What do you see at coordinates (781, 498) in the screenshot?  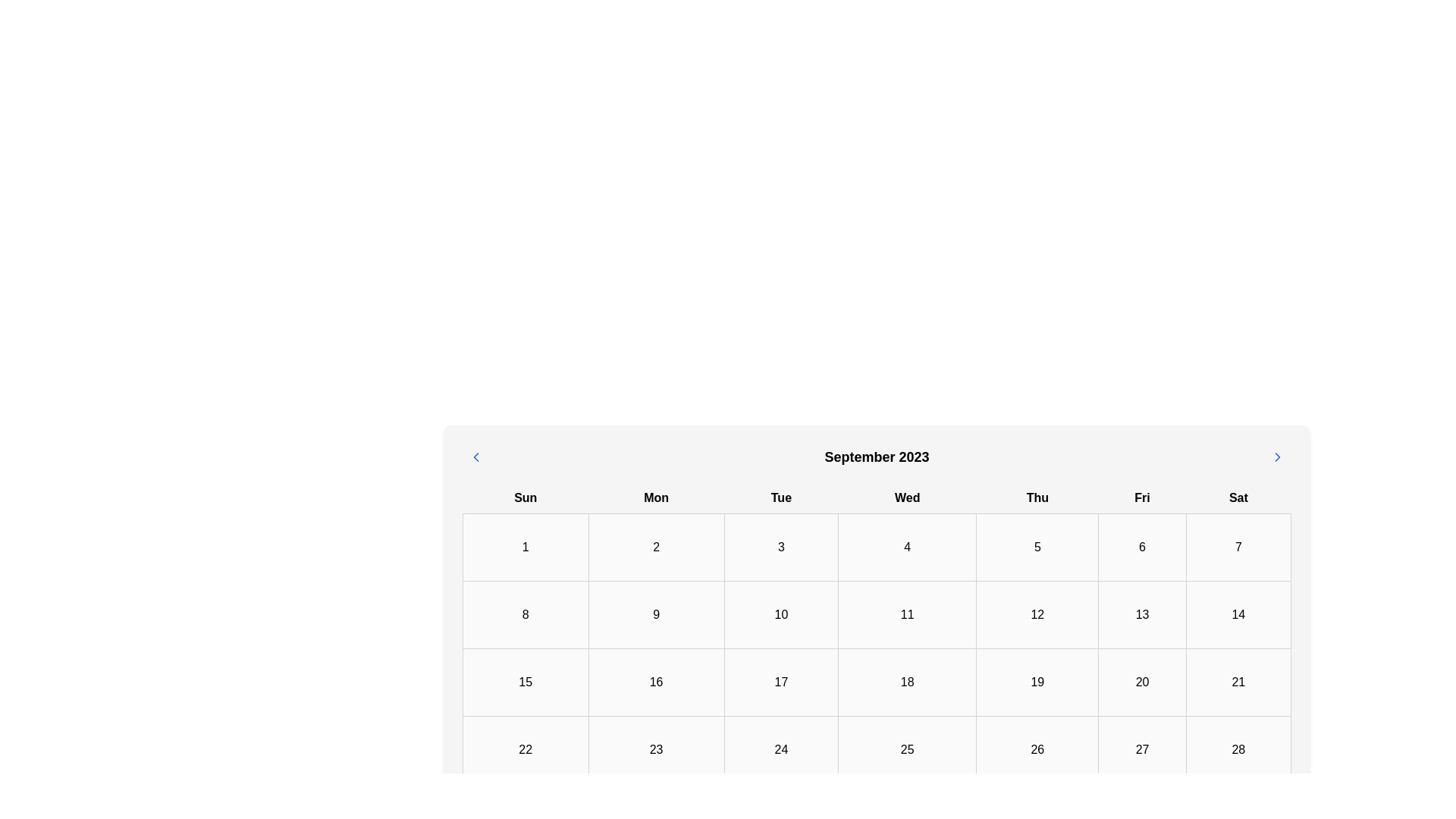 I see `text label 'Tue' which is presented in a bold black font, located in the sequence of weekdays between 'Mon' and 'Wed'` at bounding box center [781, 498].